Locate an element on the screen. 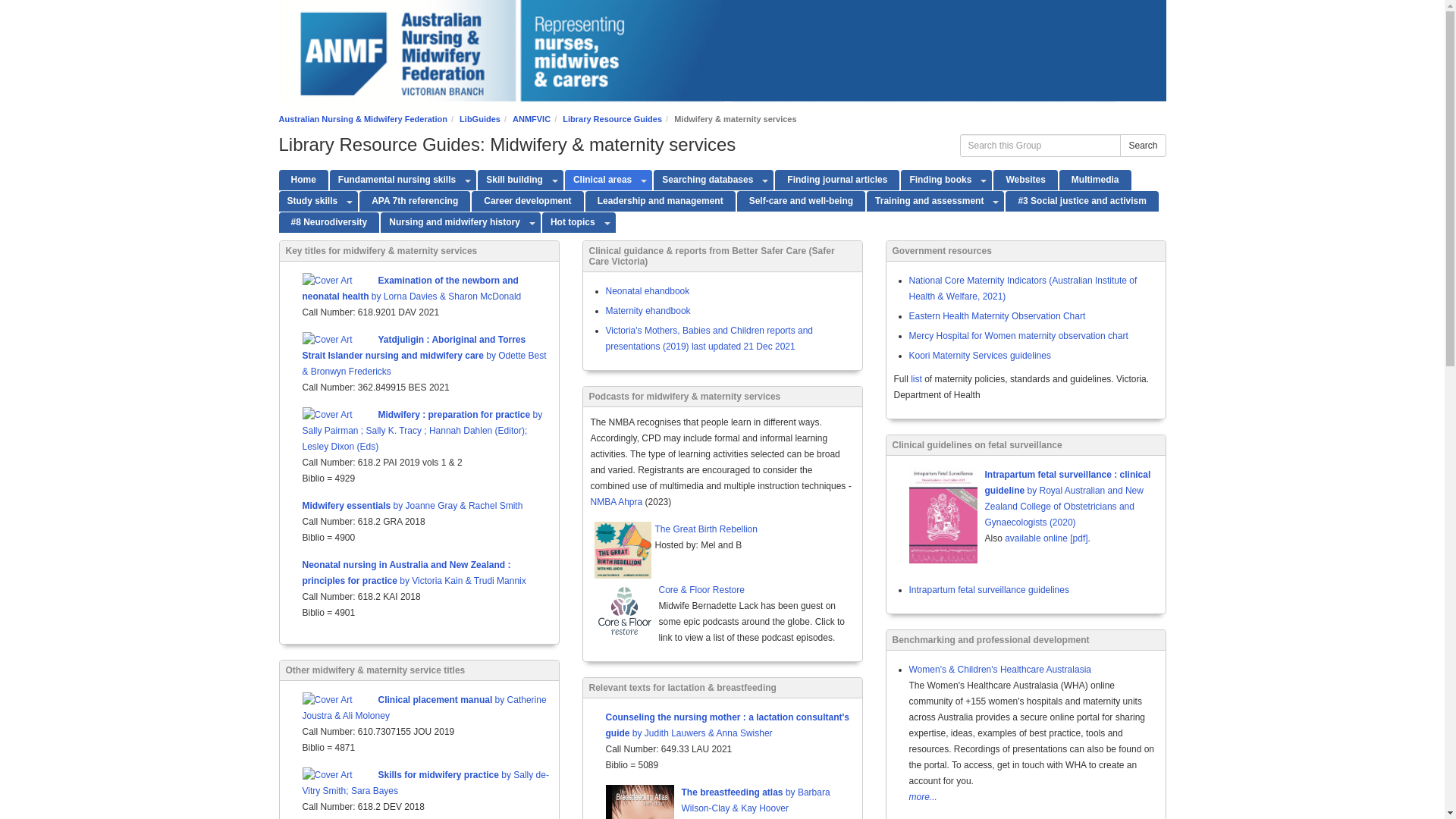 The height and width of the screenshot is (819, 1456). 'Library Resource Guides' is located at coordinates (612, 118).